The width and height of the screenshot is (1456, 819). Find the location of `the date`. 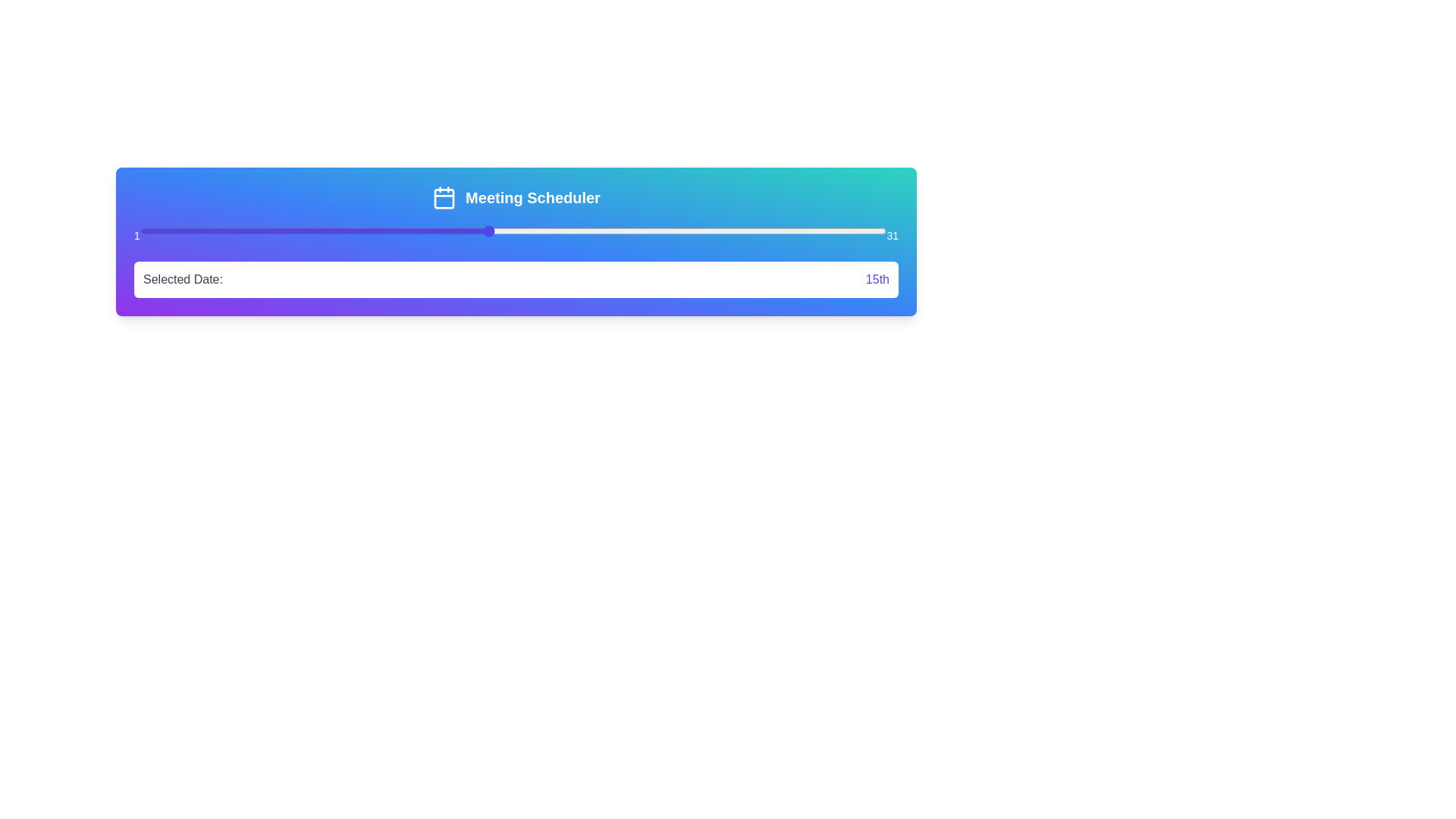

the date is located at coordinates (389, 231).